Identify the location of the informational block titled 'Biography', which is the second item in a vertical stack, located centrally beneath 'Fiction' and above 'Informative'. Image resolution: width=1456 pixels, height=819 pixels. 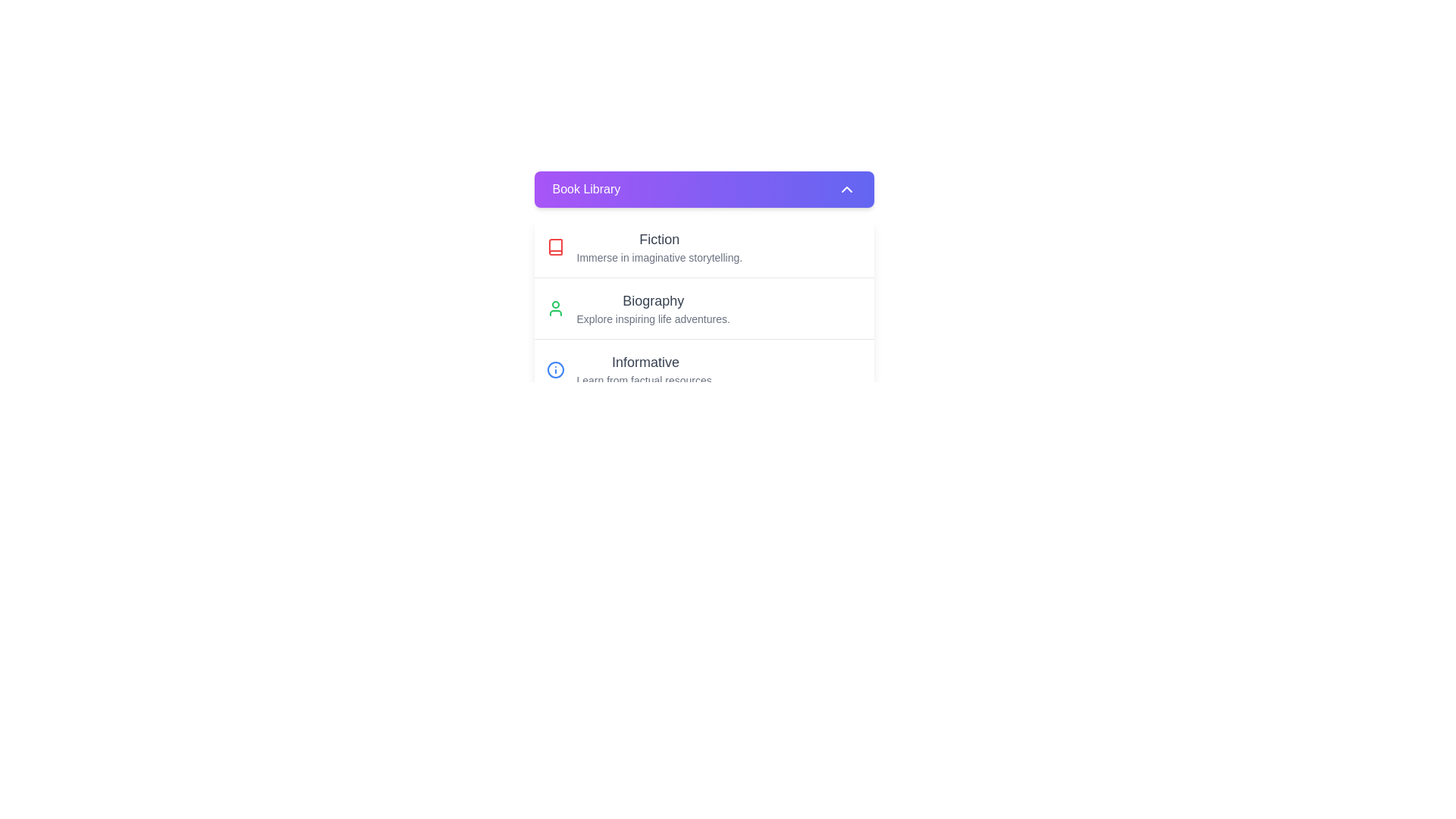
(703, 308).